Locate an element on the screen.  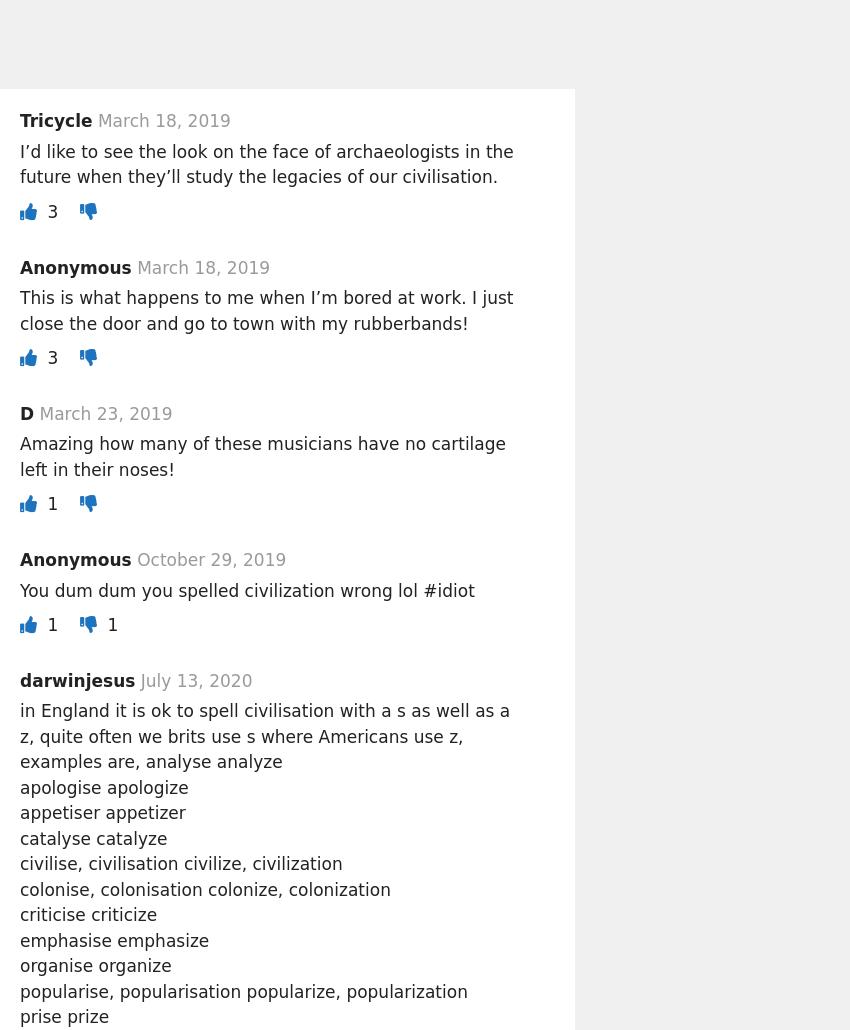
'March 23, 2019' is located at coordinates (104, 413).